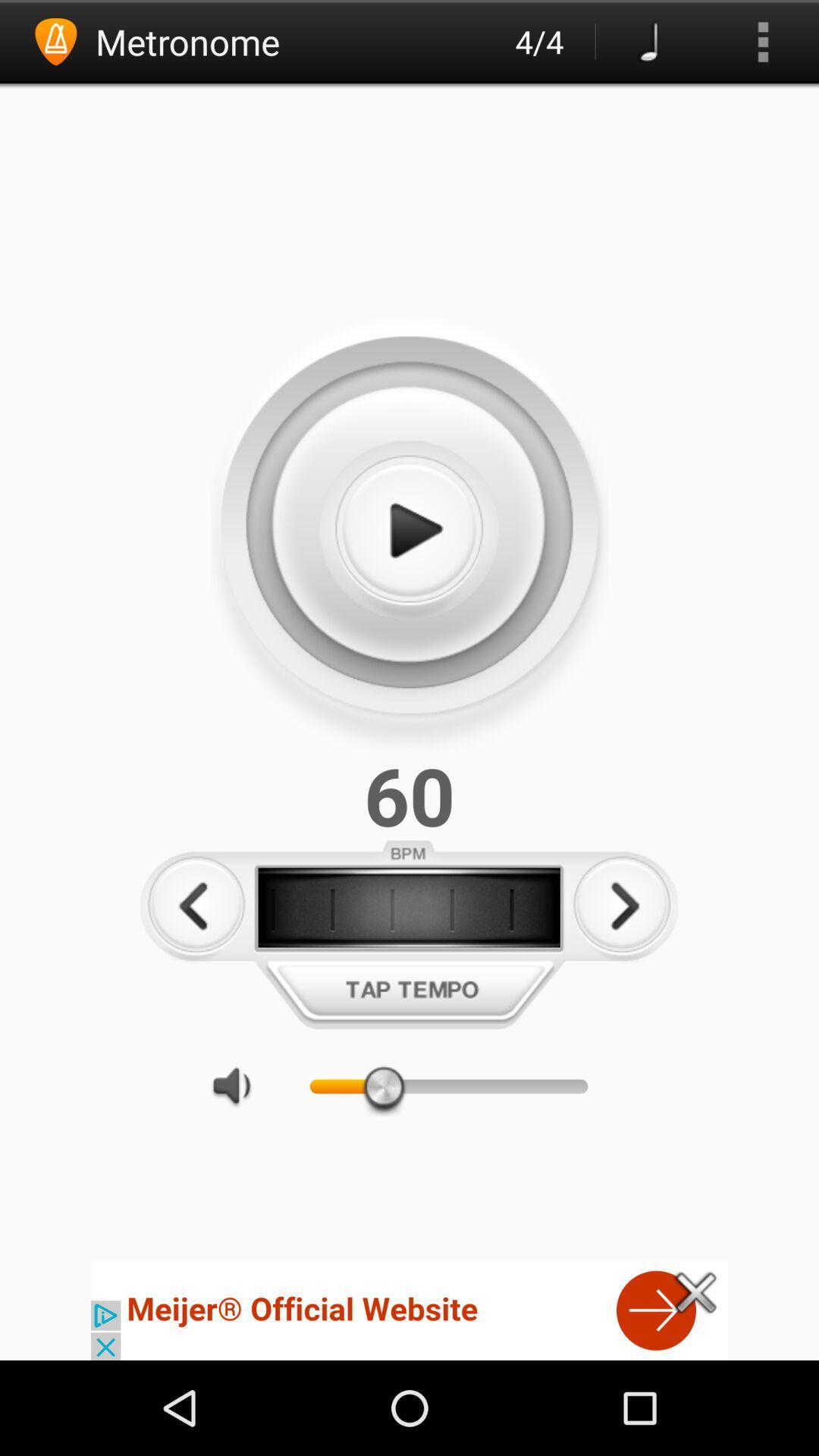 Image resolution: width=819 pixels, height=1456 pixels. Describe the element at coordinates (196, 906) in the screenshot. I see `previous` at that location.